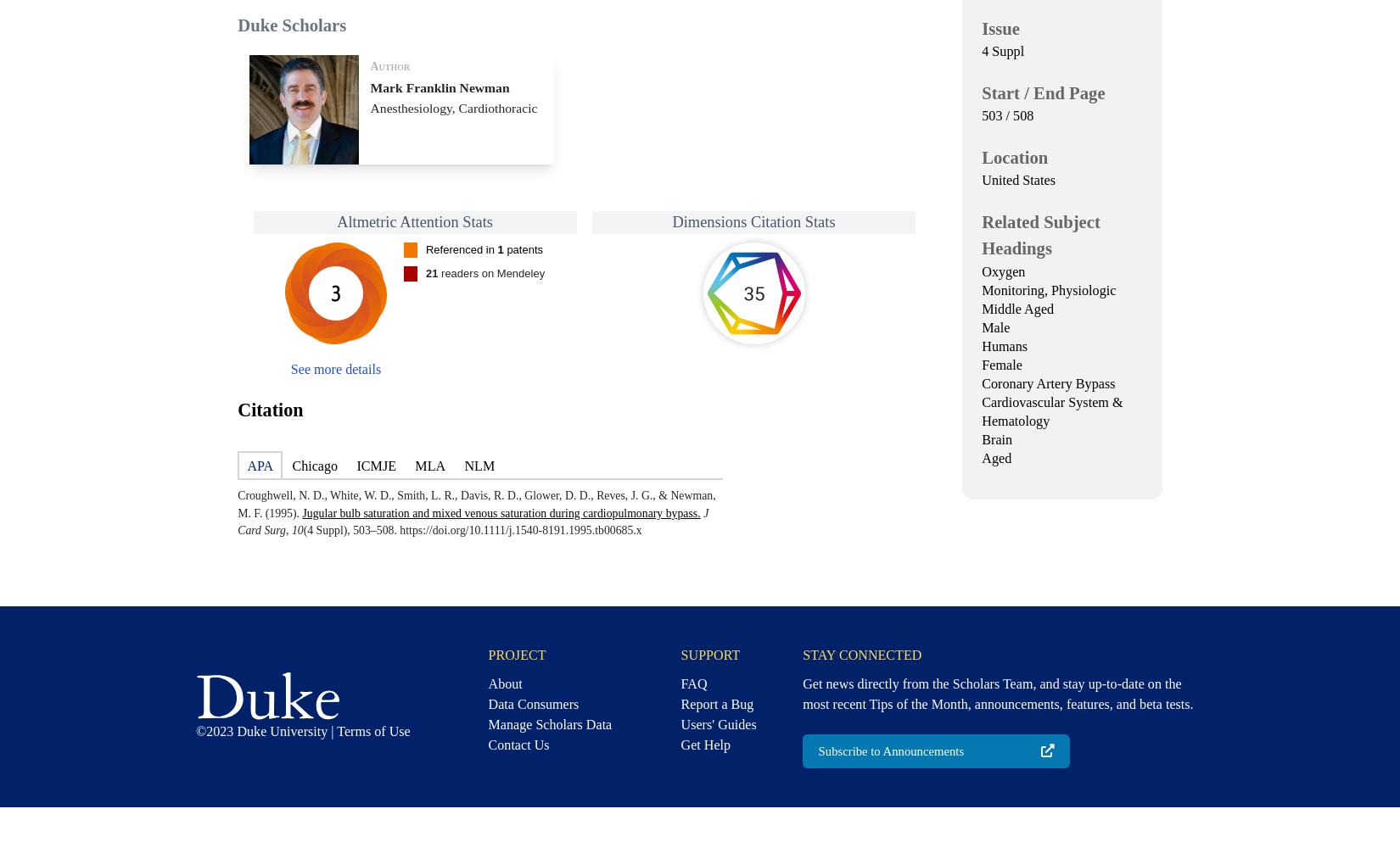  Describe the element at coordinates (247, 466) in the screenshot. I see `'APA'` at that location.